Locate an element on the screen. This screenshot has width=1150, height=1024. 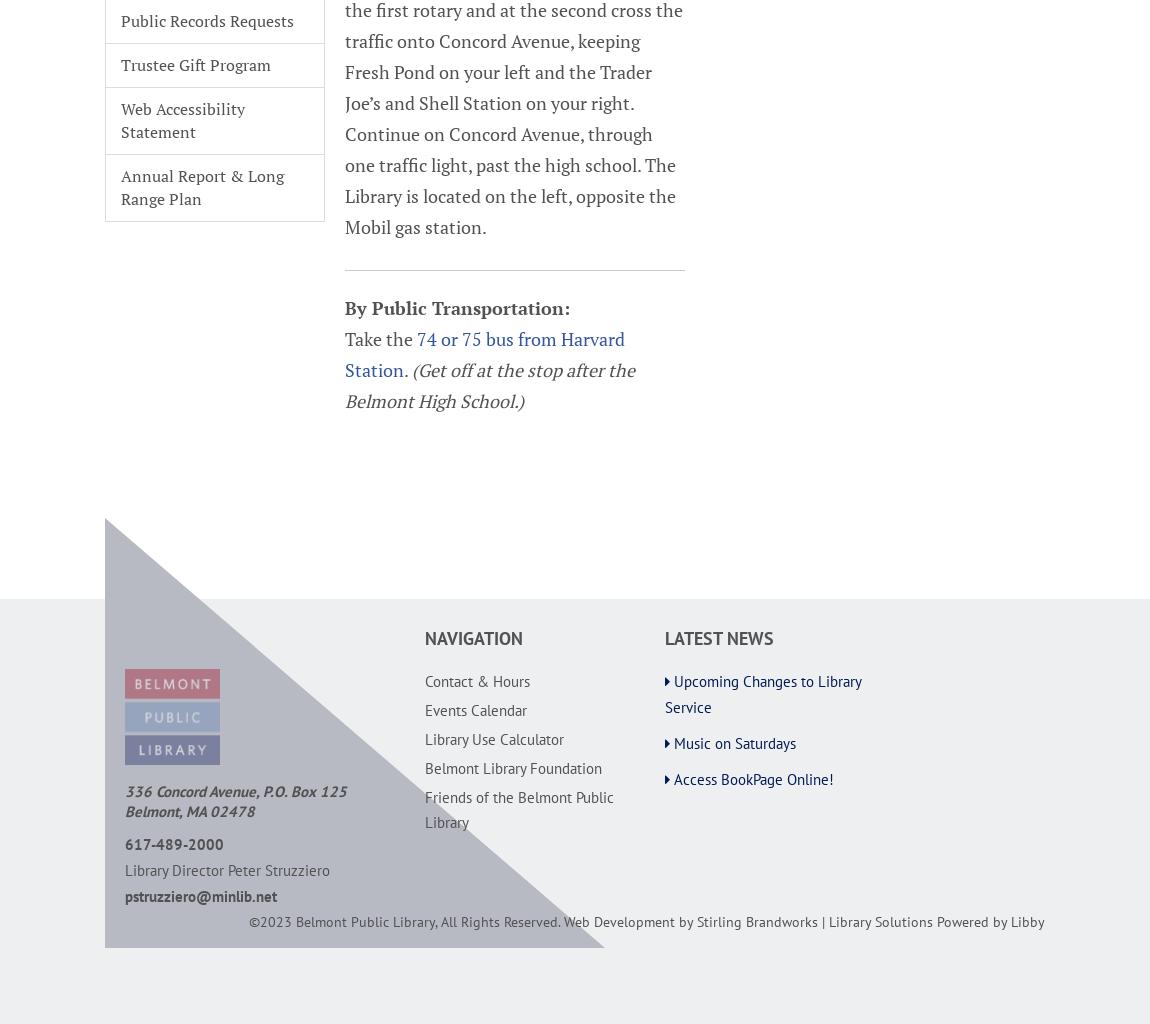
'617-489-2000' is located at coordinates (124, 843).